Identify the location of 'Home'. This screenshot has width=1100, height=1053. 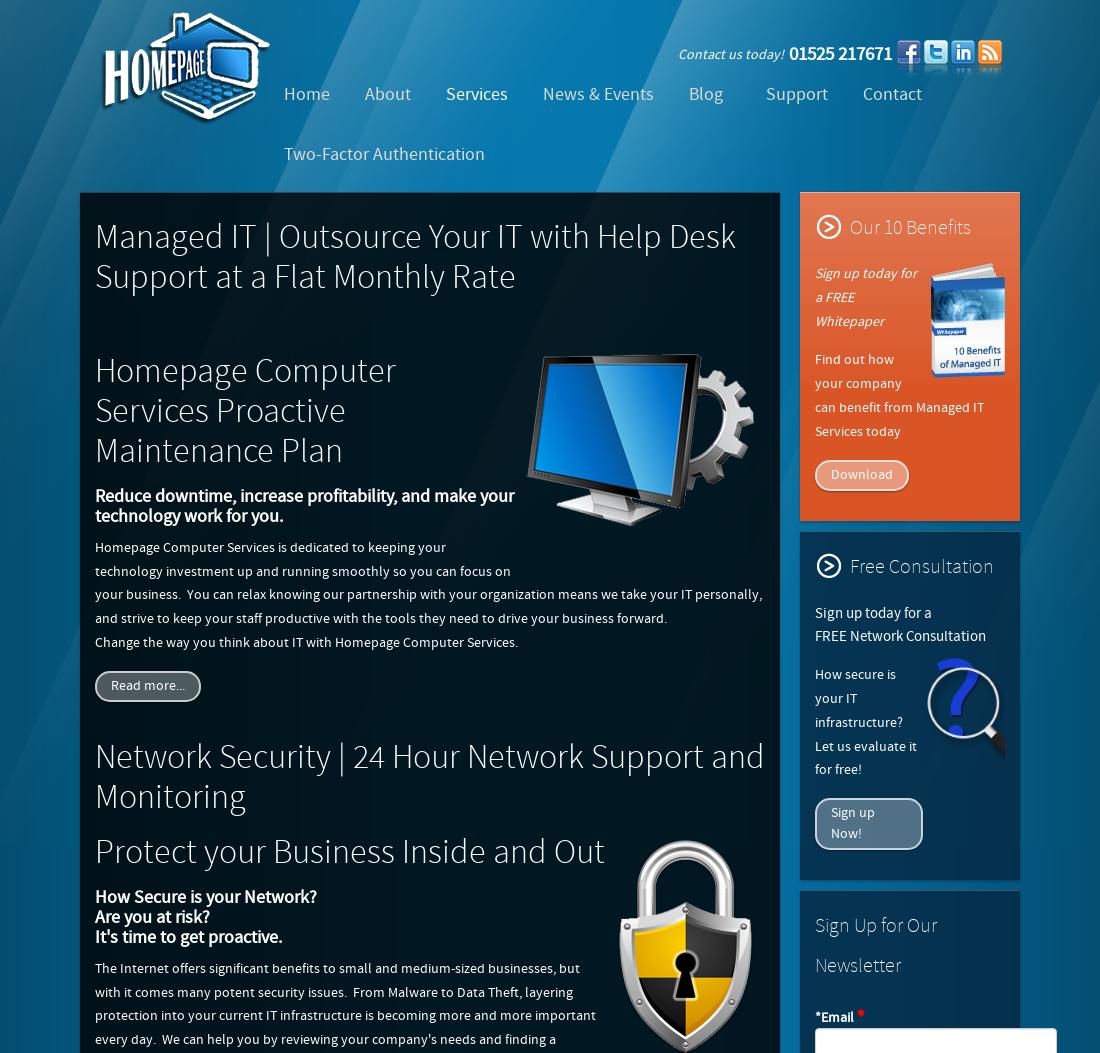
(306, 93).